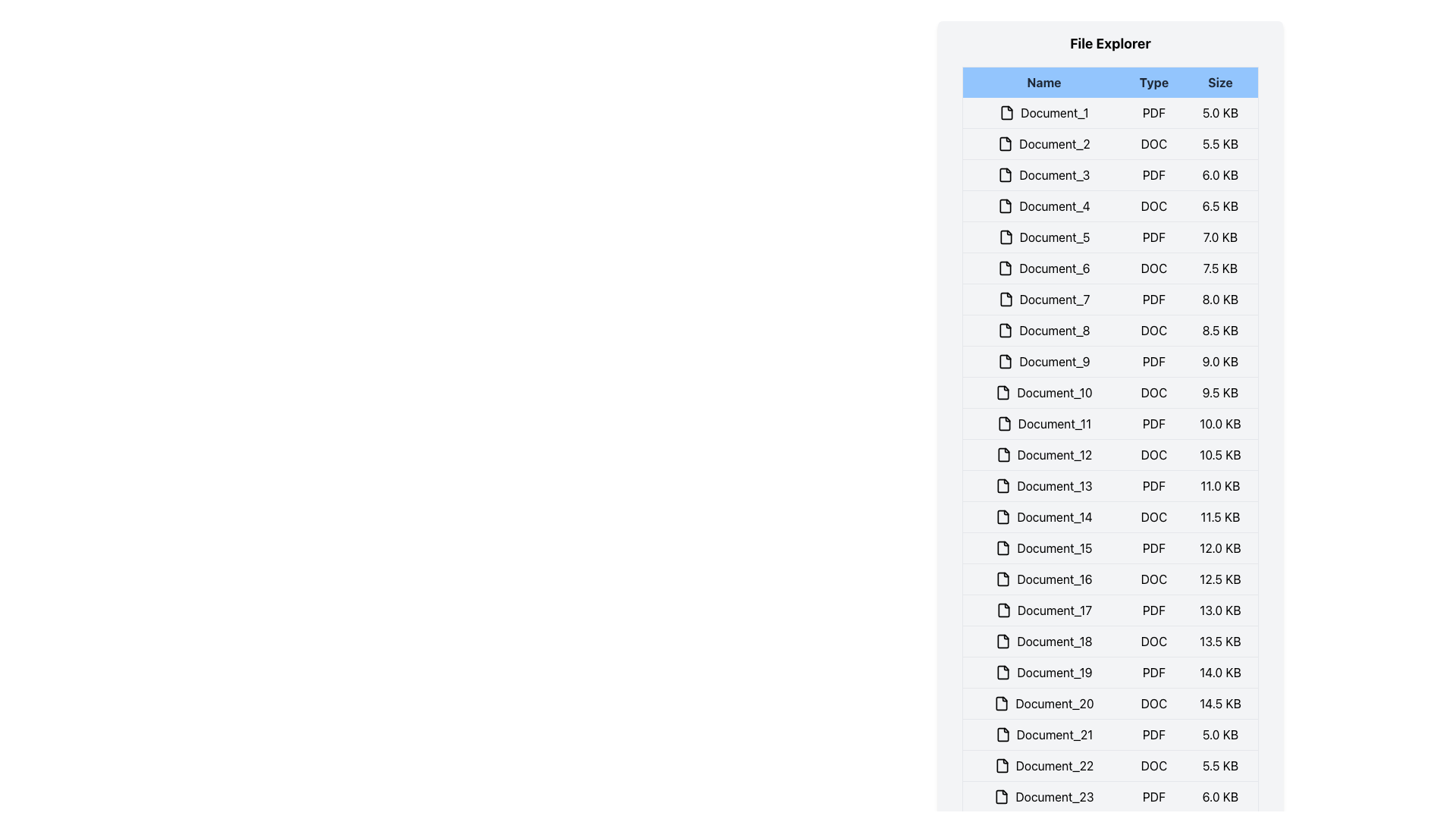 The width and height of the screenshot is (1456, 819). What do you see at coordinates (1003, 548) in the screenshot?
I see `the small file icon that indicates documents, which is located to the immediate left of the text label 'Document_15' in the file explorer layout` at bounding box center [1003, 548].